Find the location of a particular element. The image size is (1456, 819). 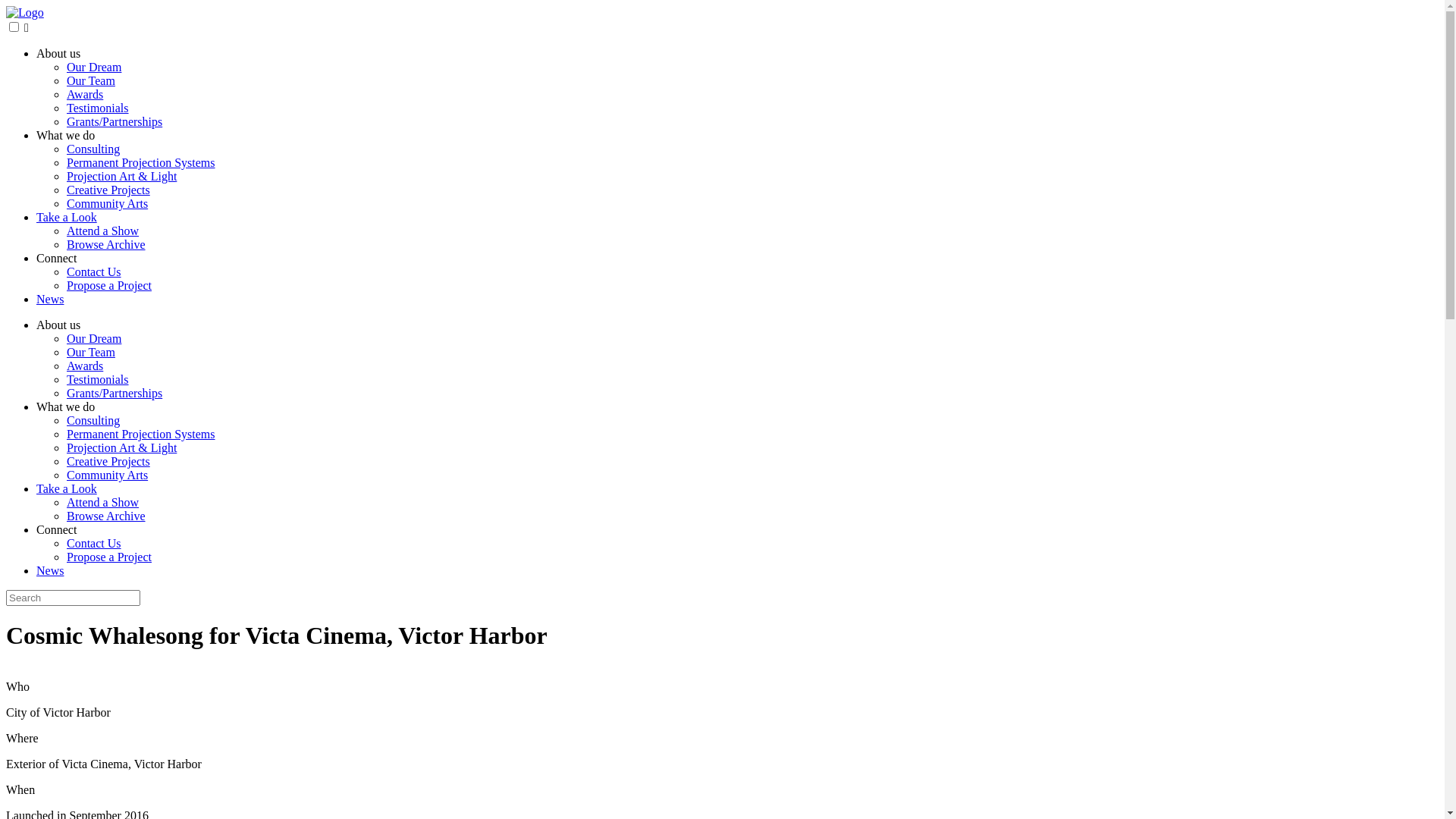

'Propose a Project' is located at coordinates (108, 557).